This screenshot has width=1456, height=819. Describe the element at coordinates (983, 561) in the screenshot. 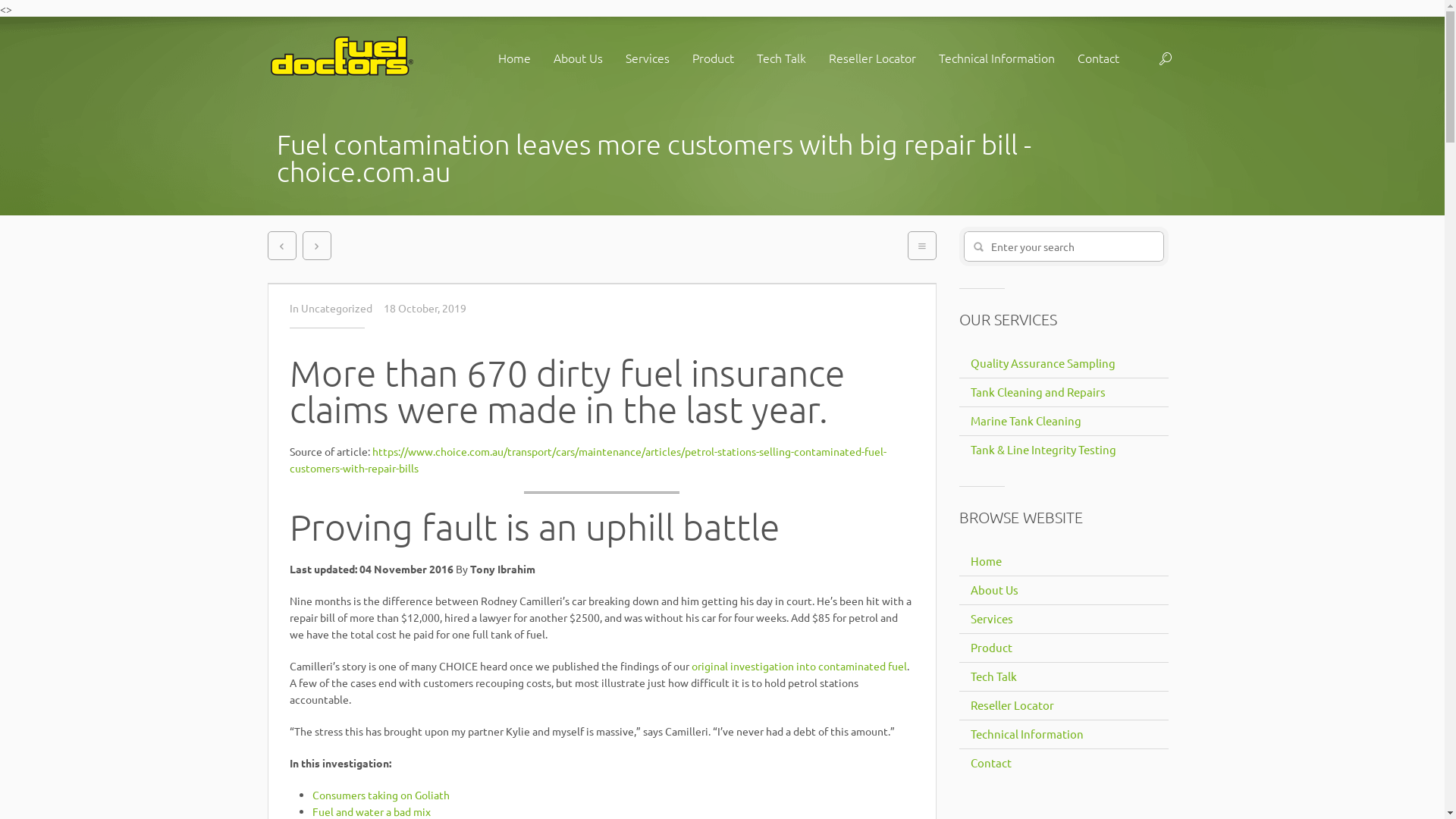

I see `'Home'` at that location.